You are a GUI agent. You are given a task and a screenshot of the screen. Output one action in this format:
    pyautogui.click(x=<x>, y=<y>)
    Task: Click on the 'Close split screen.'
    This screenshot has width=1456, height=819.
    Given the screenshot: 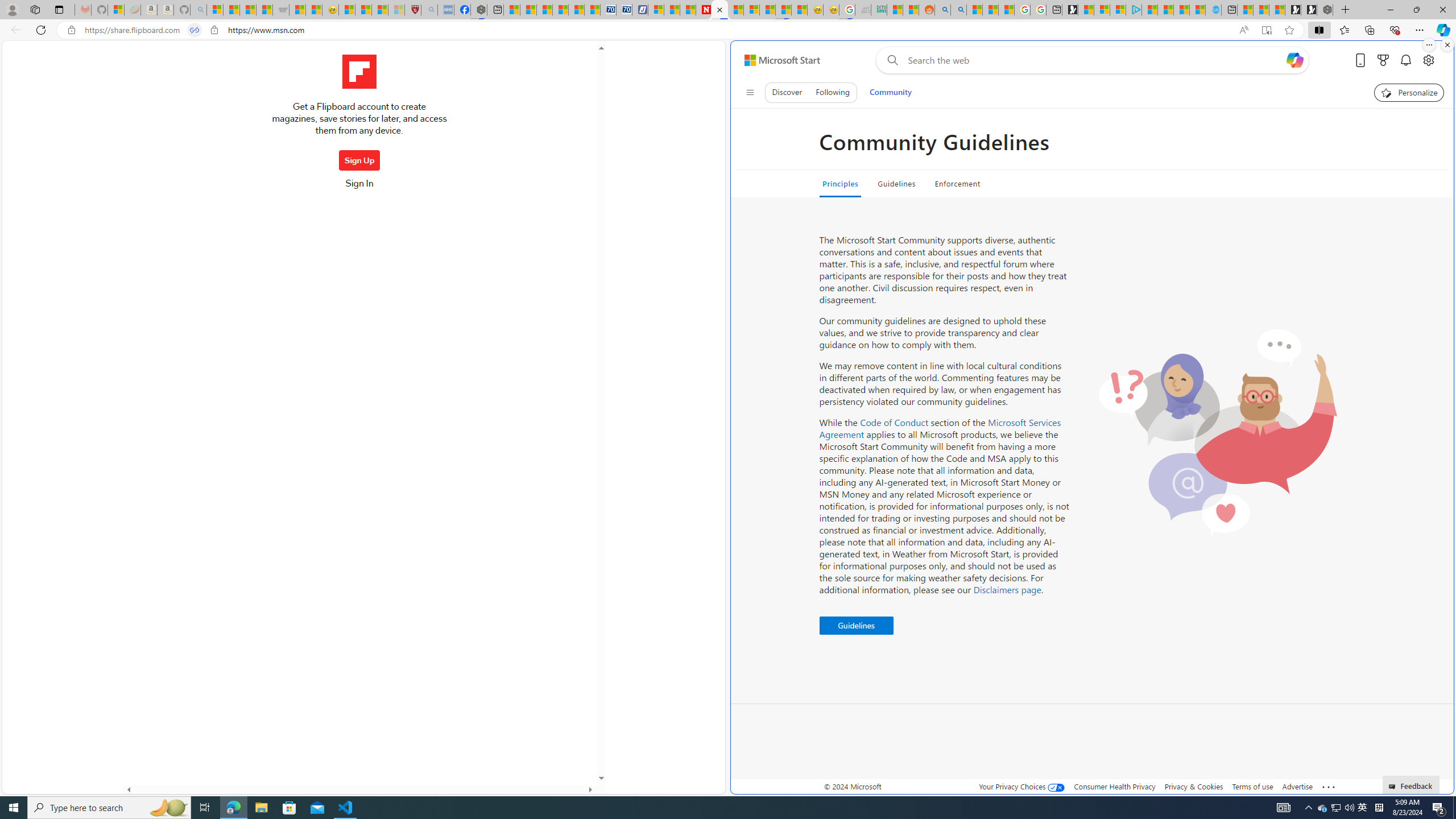 What is the action you would take?
    pyautogui.click(x=1446, y=44)
    